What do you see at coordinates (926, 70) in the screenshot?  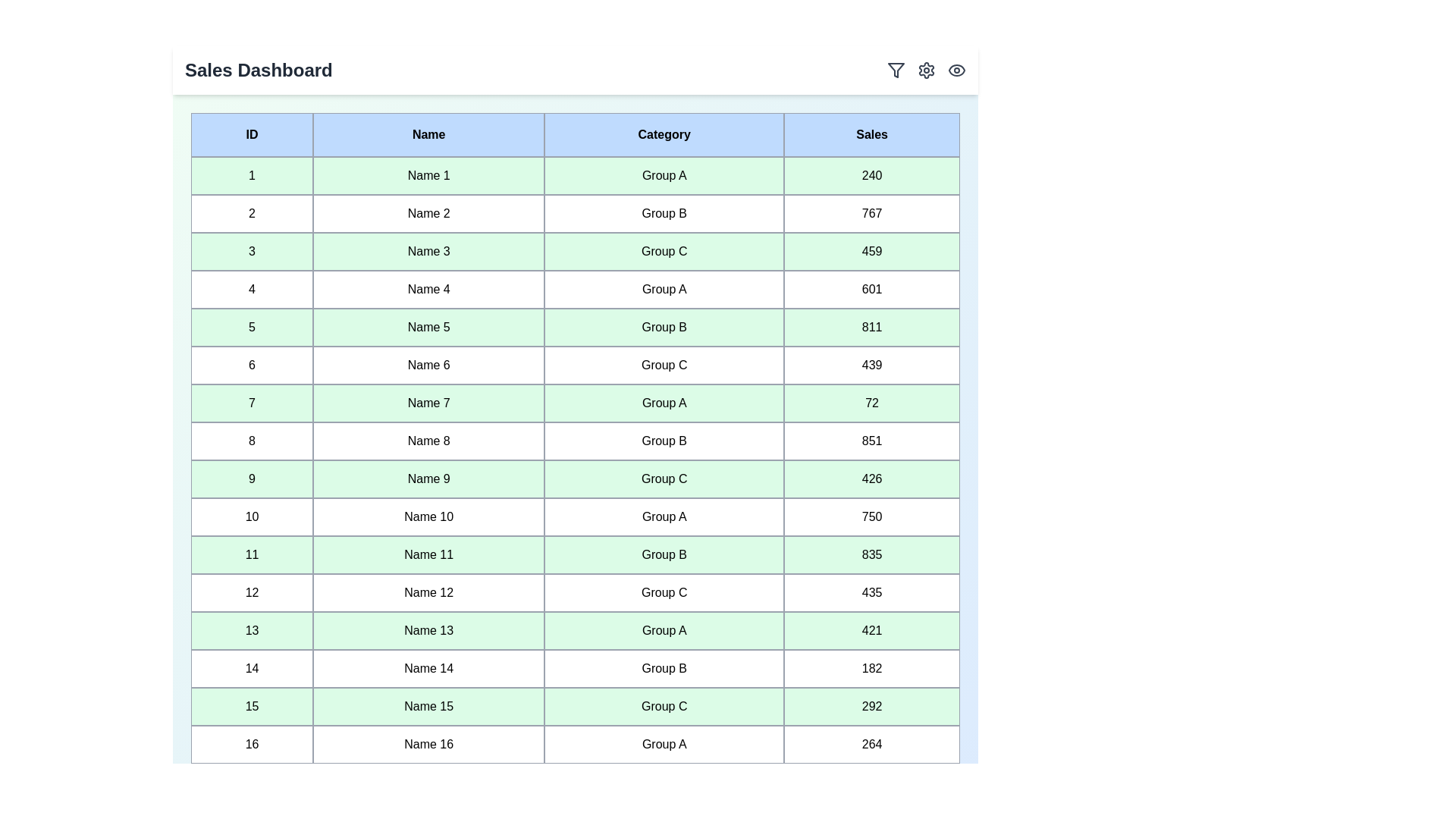 I see `the settings icon to open the table settings` at bounding box center [926, 70].